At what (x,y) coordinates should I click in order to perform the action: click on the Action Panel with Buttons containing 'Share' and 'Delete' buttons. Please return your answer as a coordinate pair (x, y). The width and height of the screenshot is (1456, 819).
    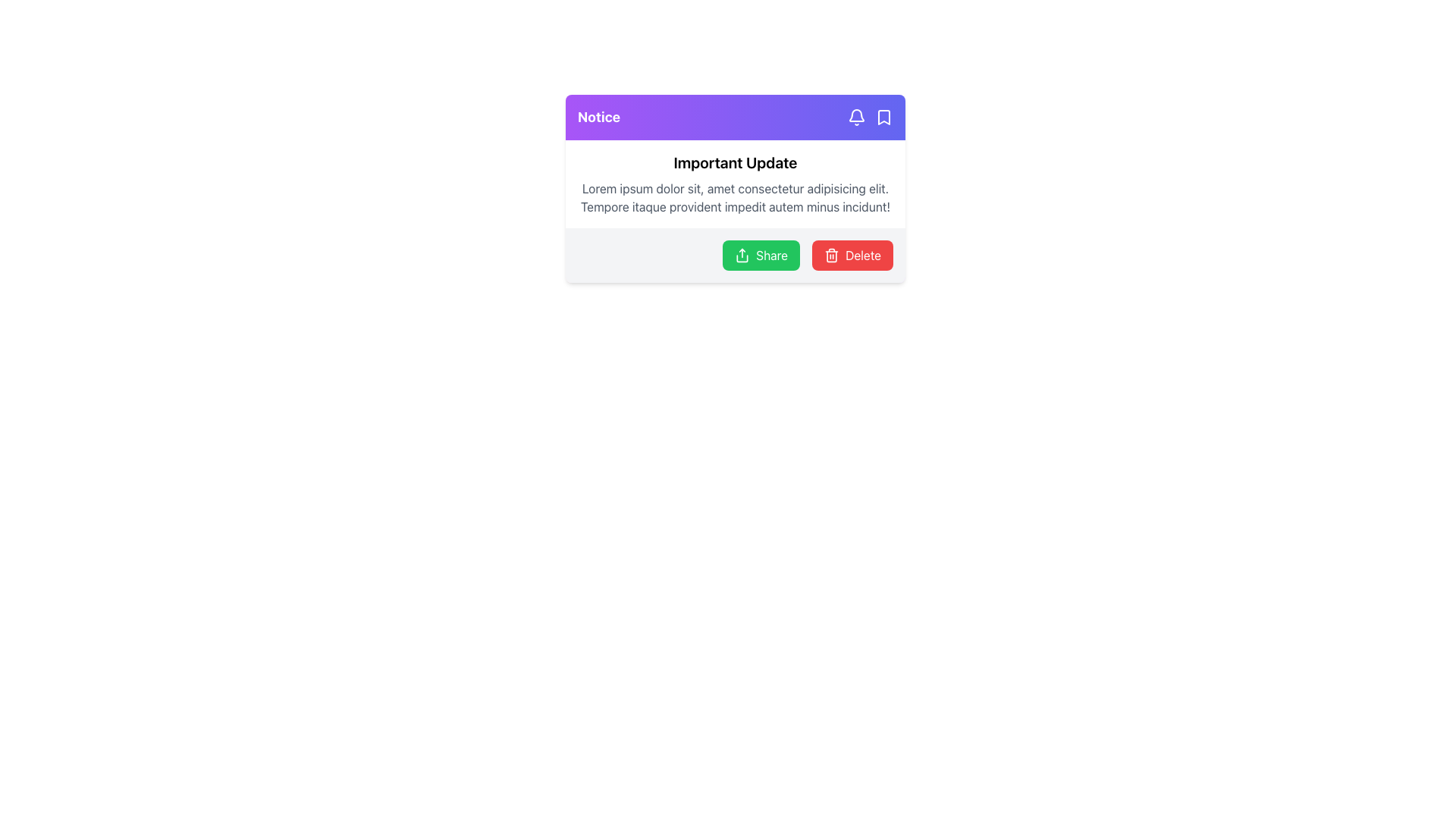
    Looking at the image, I should click on (735, 254).